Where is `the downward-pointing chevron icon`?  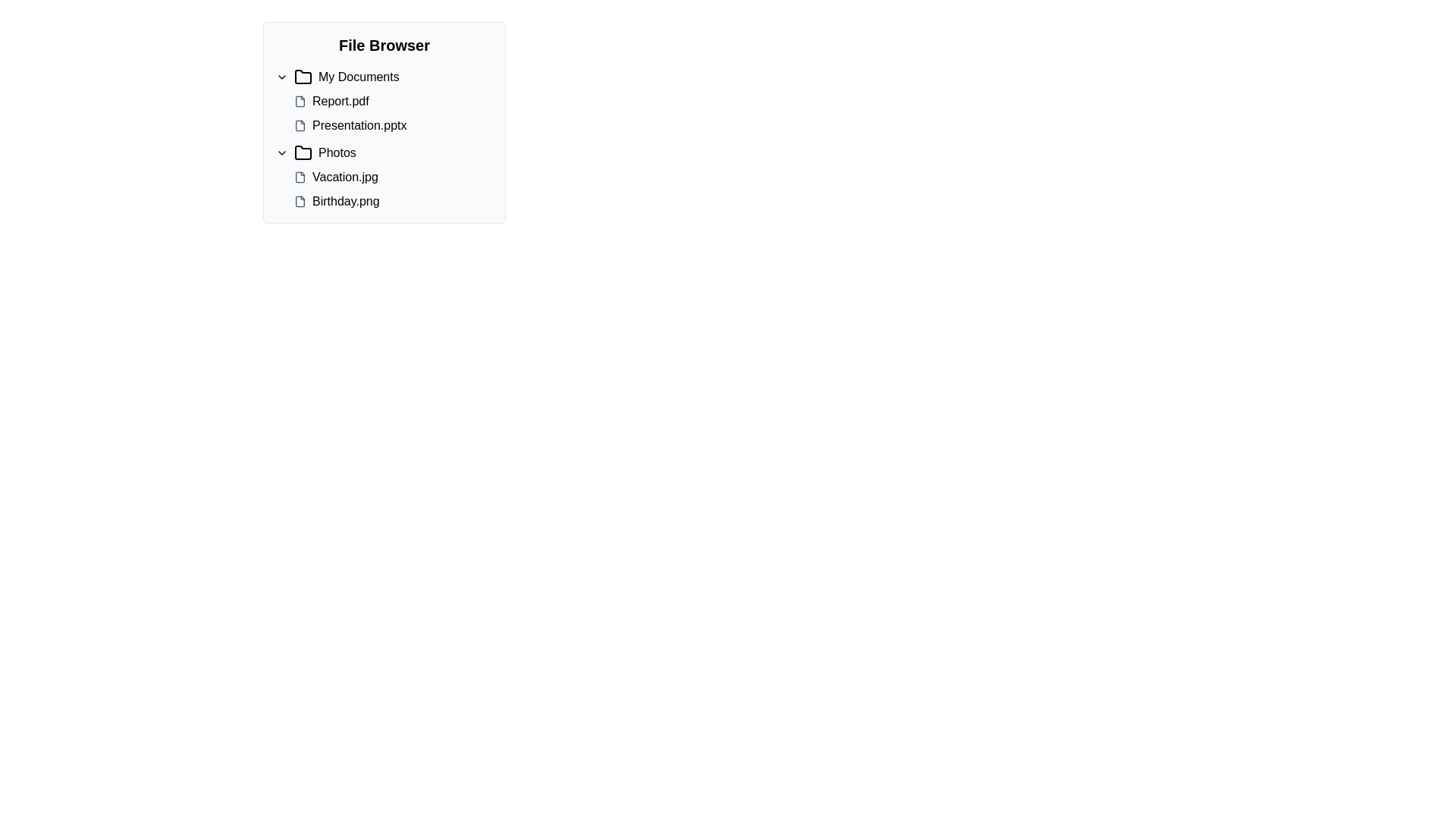
the downward-pointing chevron icon is located at coordinates (282, 152).